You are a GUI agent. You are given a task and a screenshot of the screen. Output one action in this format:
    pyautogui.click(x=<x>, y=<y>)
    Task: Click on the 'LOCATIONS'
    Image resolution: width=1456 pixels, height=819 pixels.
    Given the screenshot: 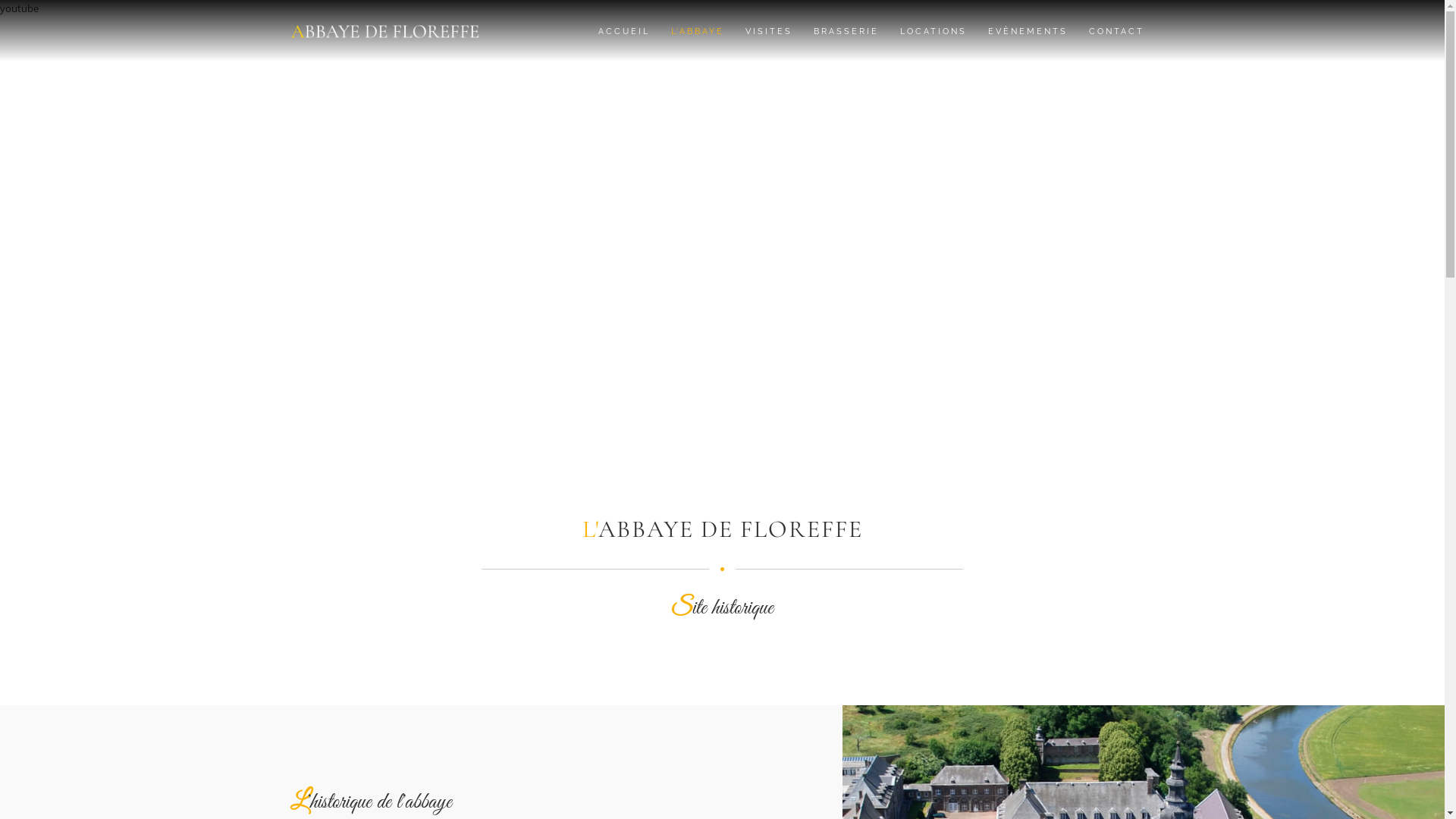 What is the action you would take?
    pyautogui.click(x=931, y=29)
    